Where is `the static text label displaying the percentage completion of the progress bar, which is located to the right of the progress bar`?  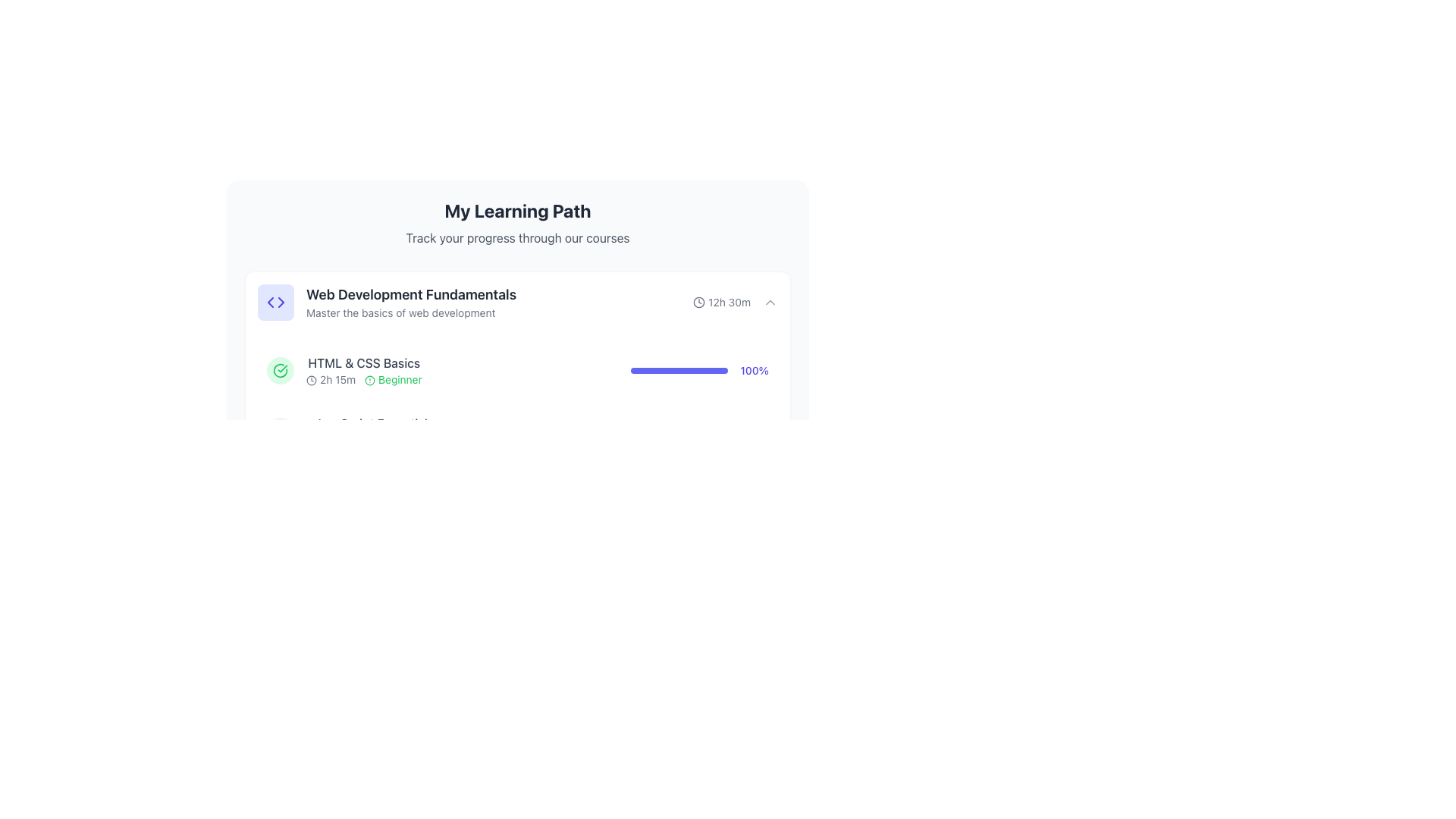 the static text label displaying the percentage completion of the progress bar, which is located to the right of the progress bar is located at coordinates (755, 371).